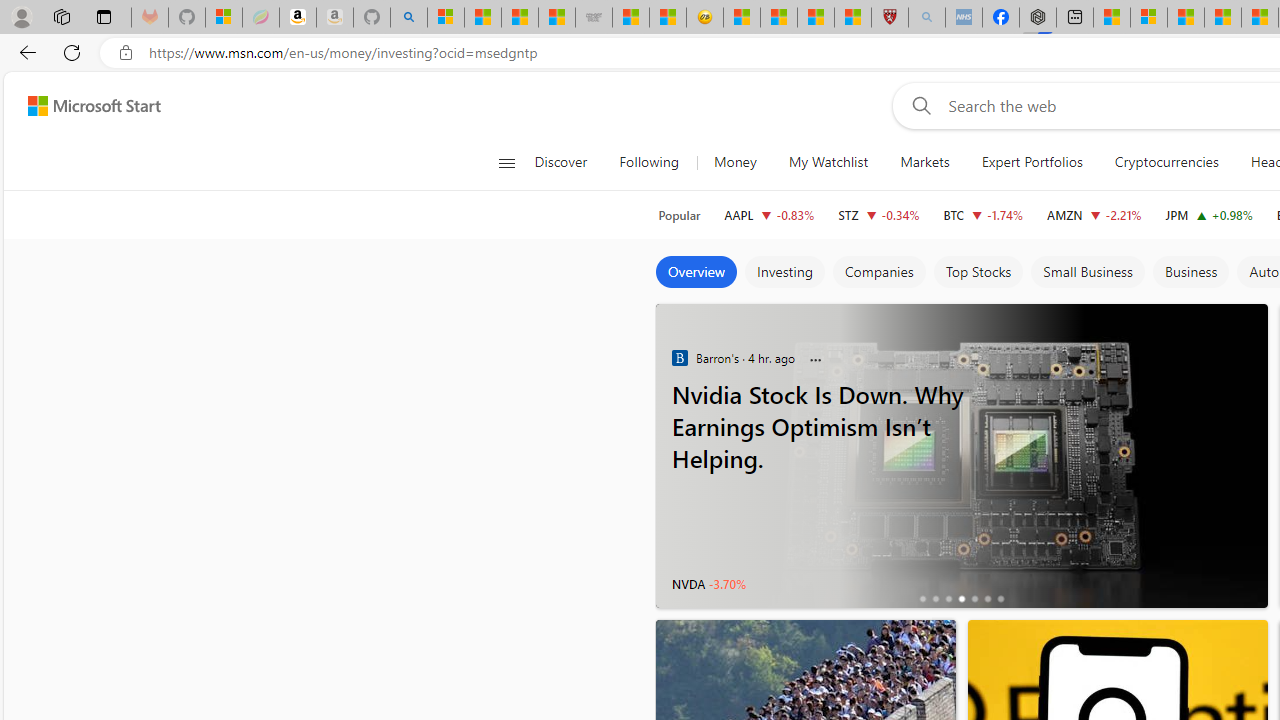  Describe the element at coordinates (925, 17) in the screenshot. I see `'list of asthma inhalers uk - Search - Sleeping'` at that location.